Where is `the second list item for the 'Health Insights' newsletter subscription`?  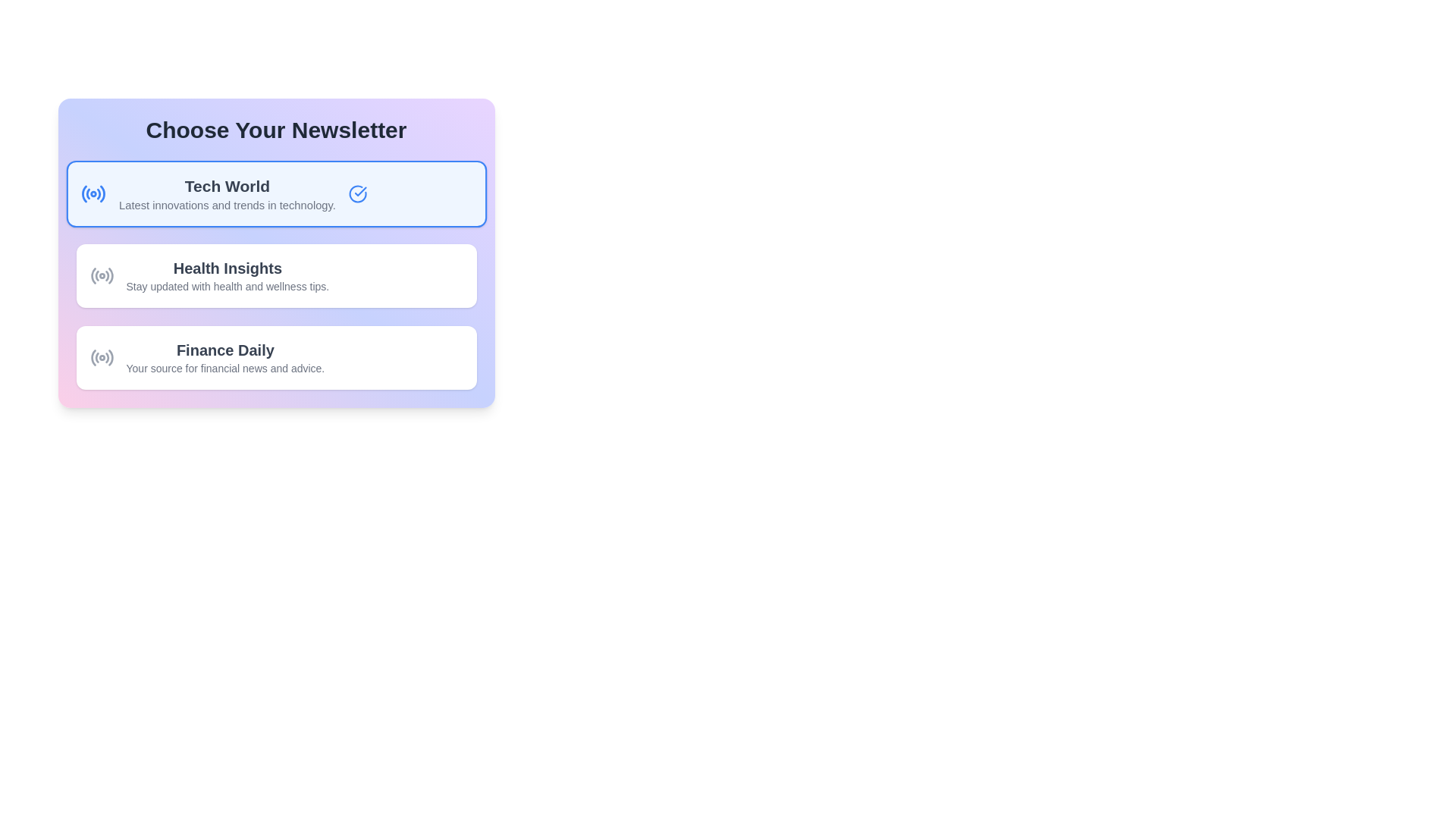 the second list item for the 'Health Insights' newsletter subscription is located at coordinates (276, 275).